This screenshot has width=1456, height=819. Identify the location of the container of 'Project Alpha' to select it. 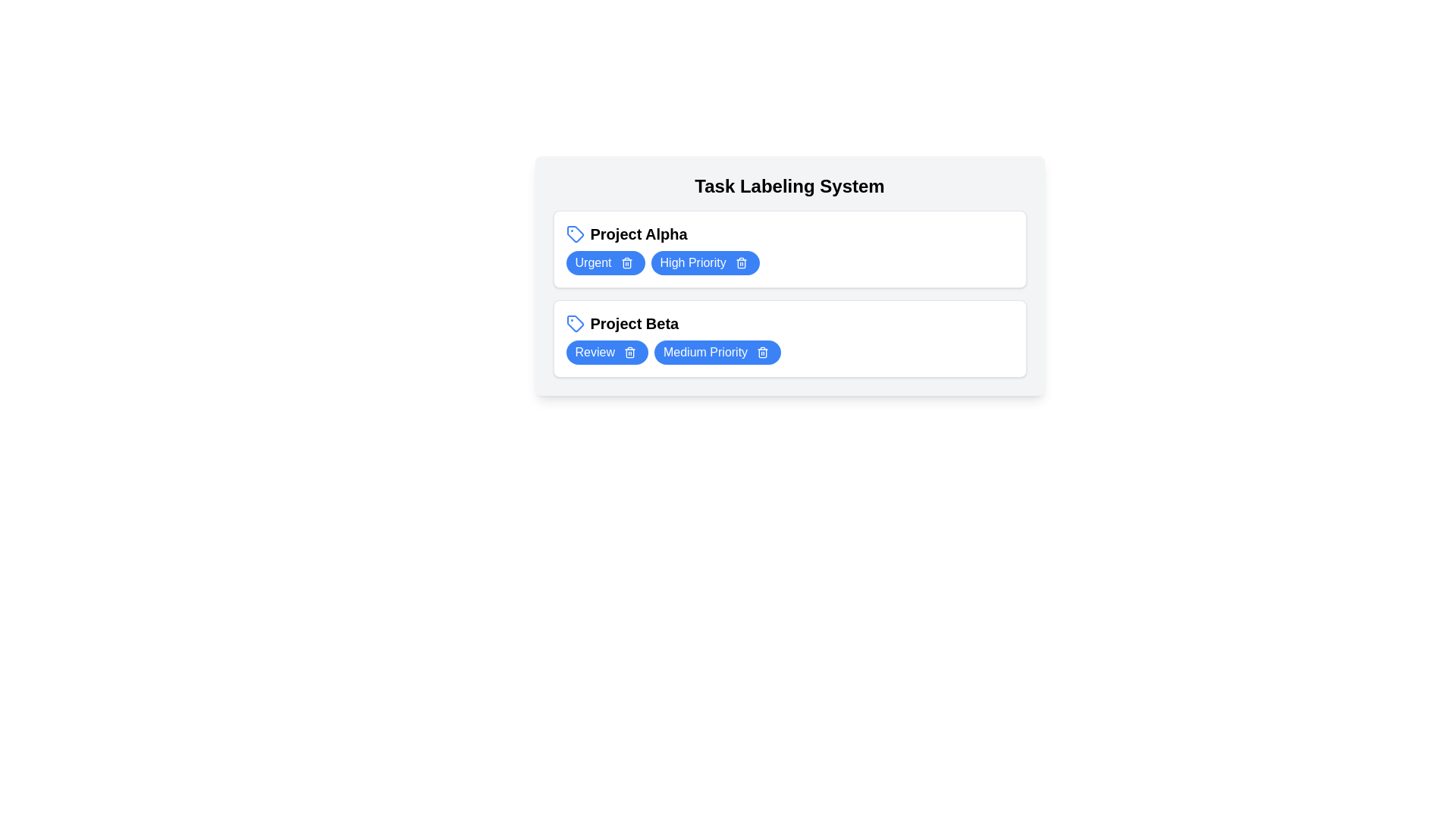
(789, 248).